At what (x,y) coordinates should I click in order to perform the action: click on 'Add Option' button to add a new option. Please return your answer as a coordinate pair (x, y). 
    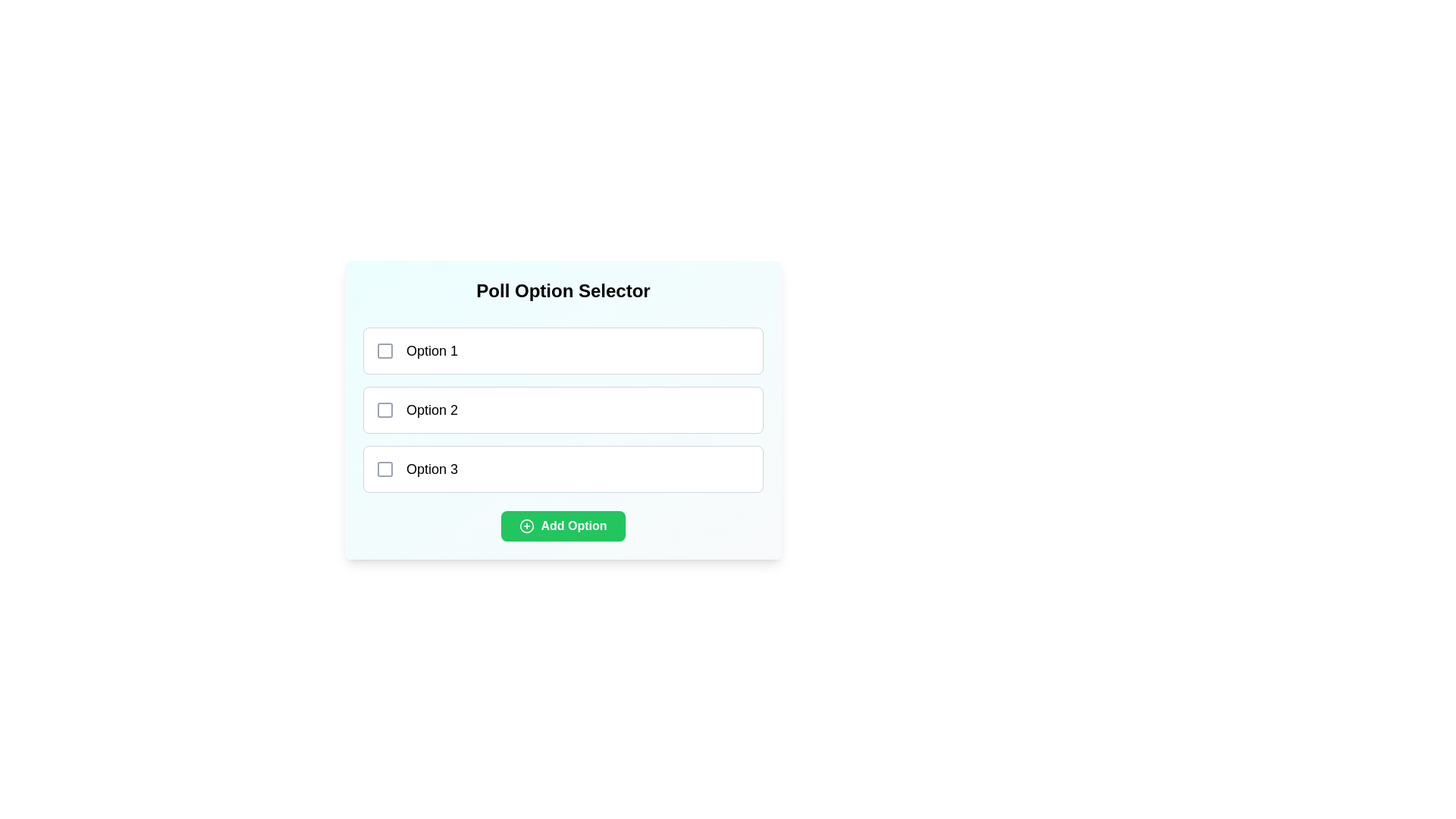
    Looking at the image, I should click on (563, 526).